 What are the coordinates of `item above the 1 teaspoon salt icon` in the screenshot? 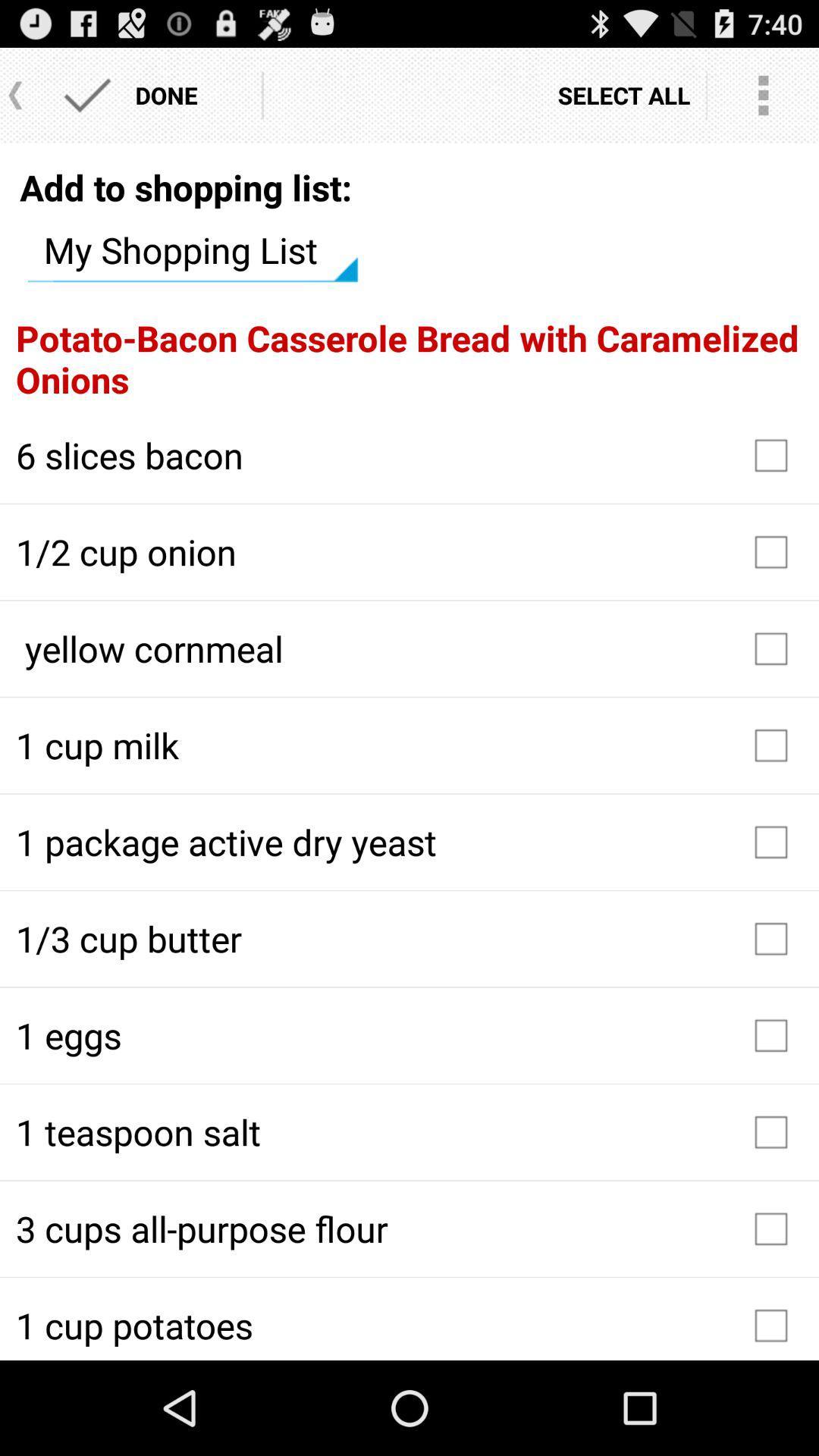 It's located at (409, 1034).